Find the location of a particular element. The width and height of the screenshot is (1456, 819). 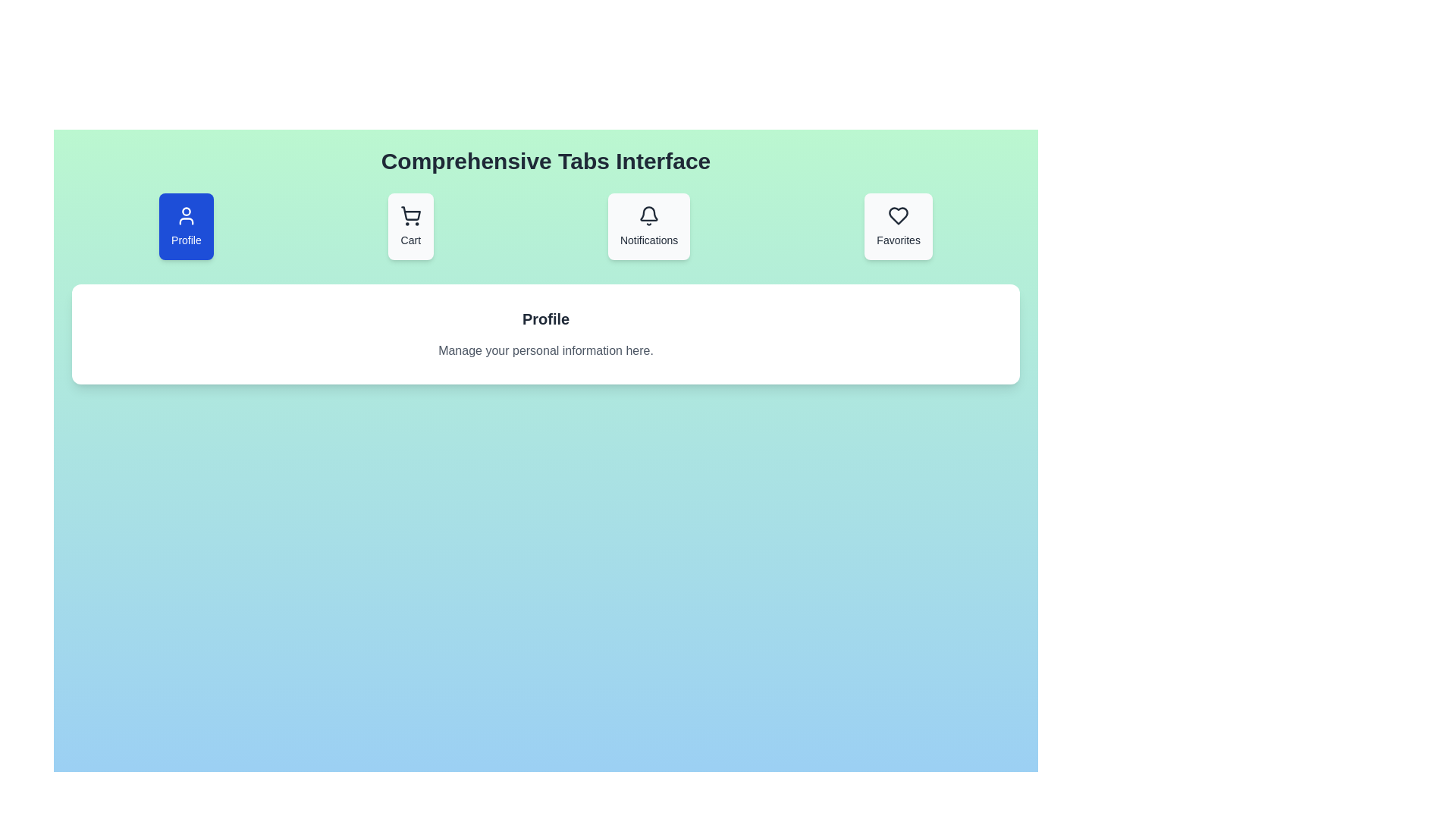

the text label reading 'Cart', which is styled in a small black font and is positioned below a shopping cart icon within a rounded rectangular button is located at coordinates (410, 239).